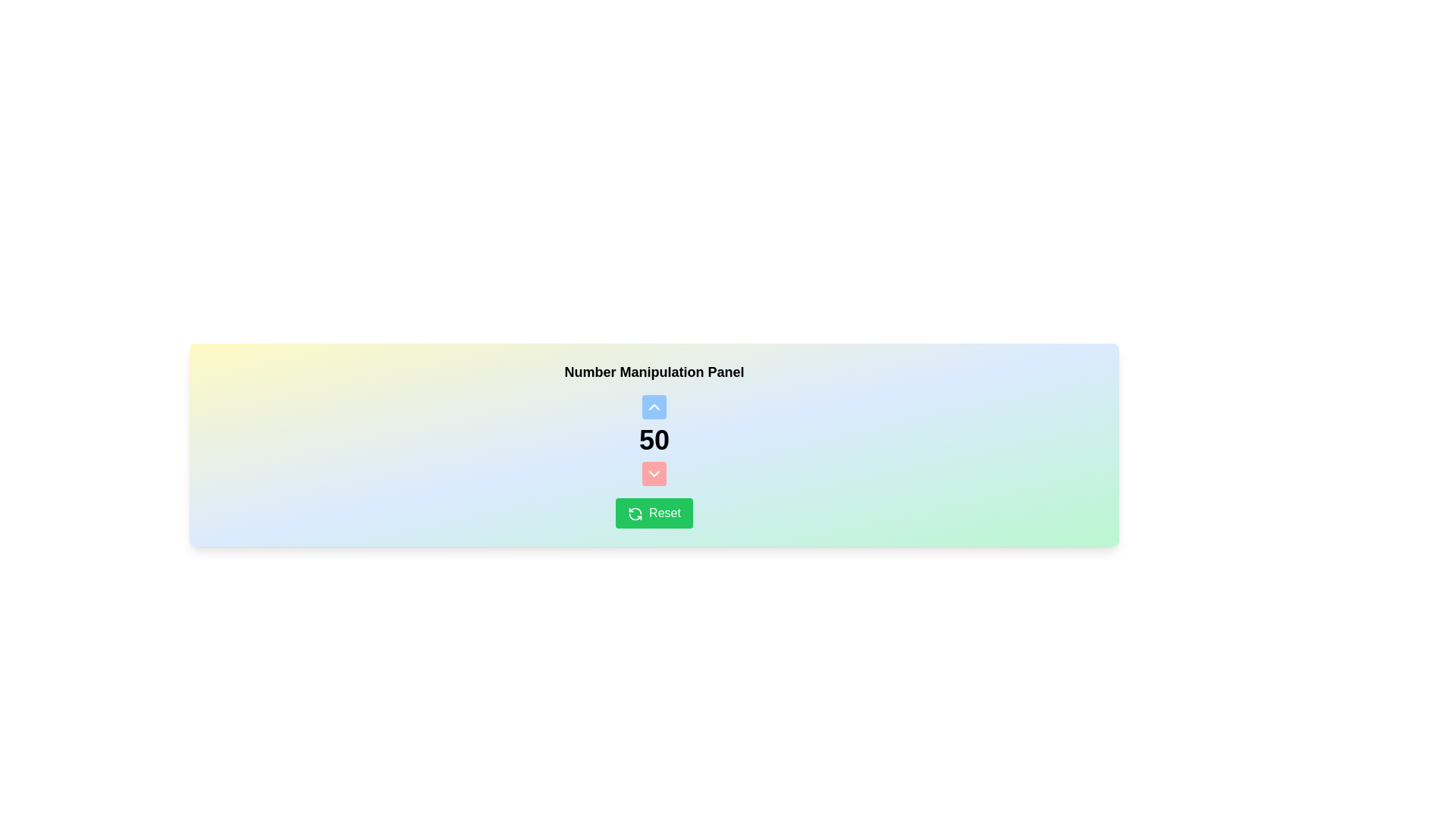 Image resolution: width=1456 pixels, height=819 pixels. What do you see at coordinates (654, 472) in the screenshot?
I see `the decrement button icon located below the displayed number '50' in the number manipulation panel` at bounding box center [654, 472].